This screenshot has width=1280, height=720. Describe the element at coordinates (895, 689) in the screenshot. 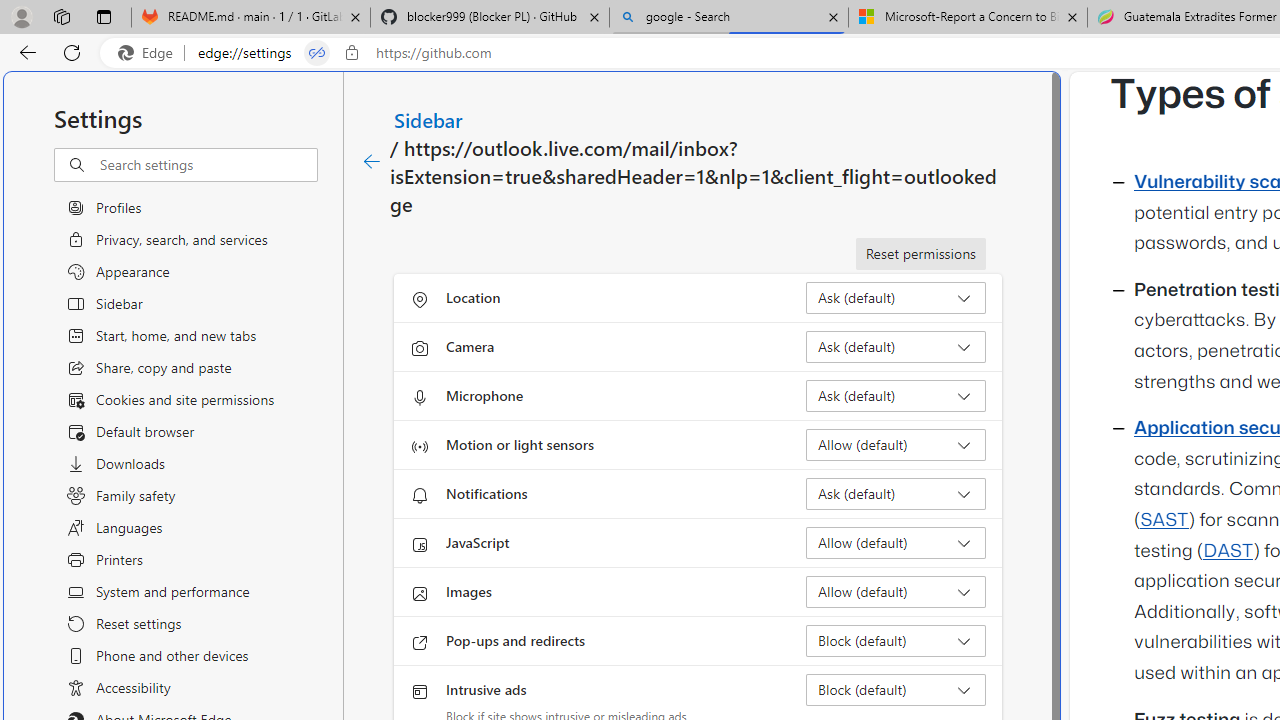

I see `'Intrusive ads Block (default)'` at that location.